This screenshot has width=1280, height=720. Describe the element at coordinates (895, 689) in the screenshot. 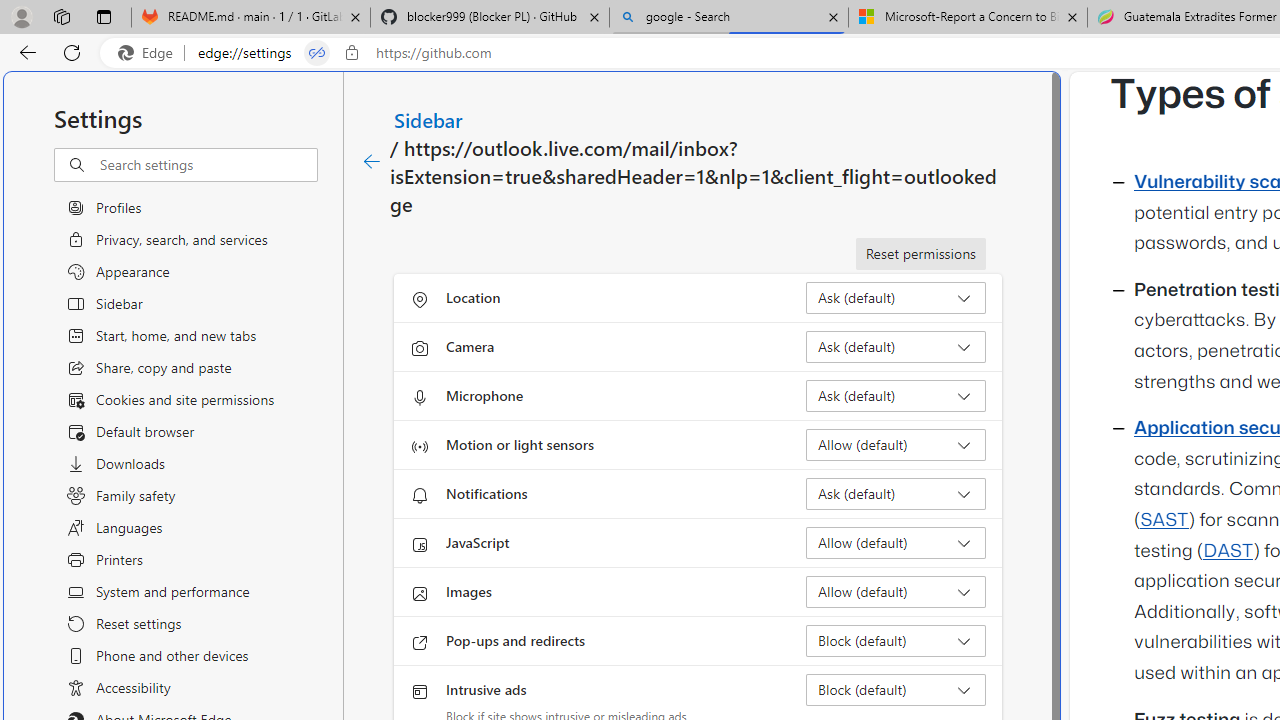

I see `'Intrusive ads Block (default)'` at that location.